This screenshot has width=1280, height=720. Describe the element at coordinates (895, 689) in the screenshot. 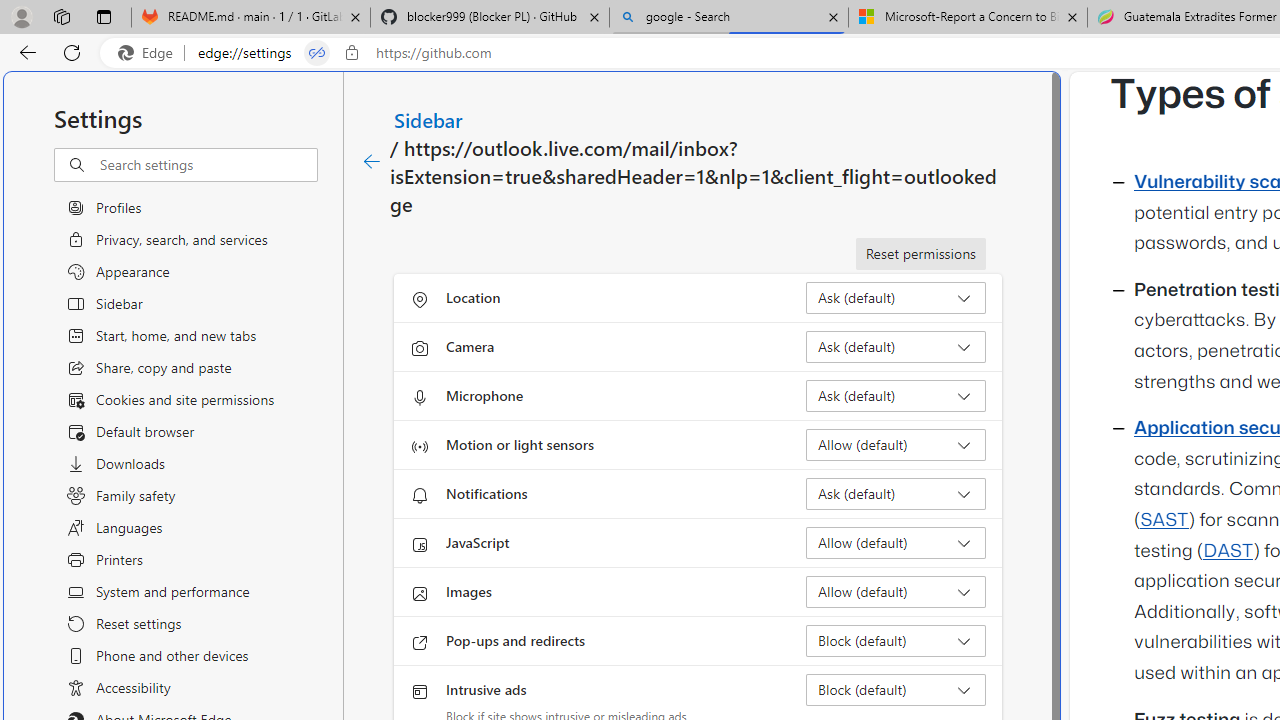

I see `'Intrusive ads Block (default)'` at that location.